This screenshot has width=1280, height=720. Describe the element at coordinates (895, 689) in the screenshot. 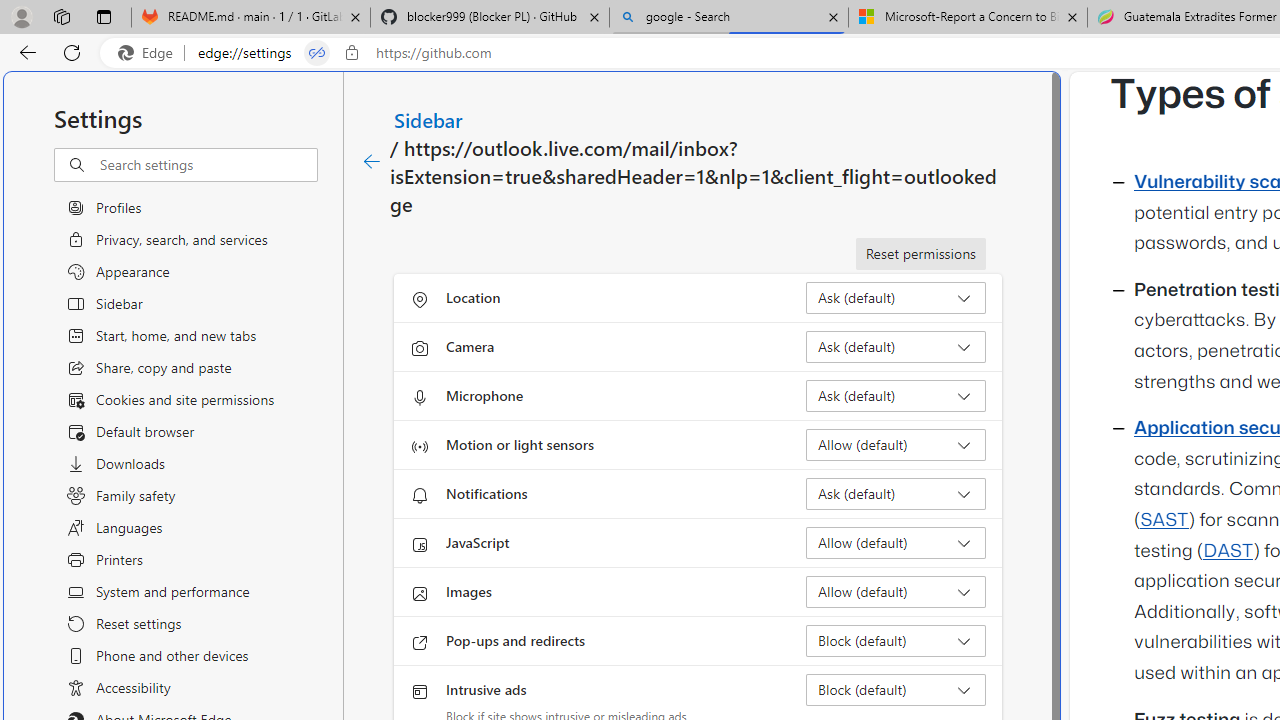

I see `'Intrusive ads Block (default)'` at that location.